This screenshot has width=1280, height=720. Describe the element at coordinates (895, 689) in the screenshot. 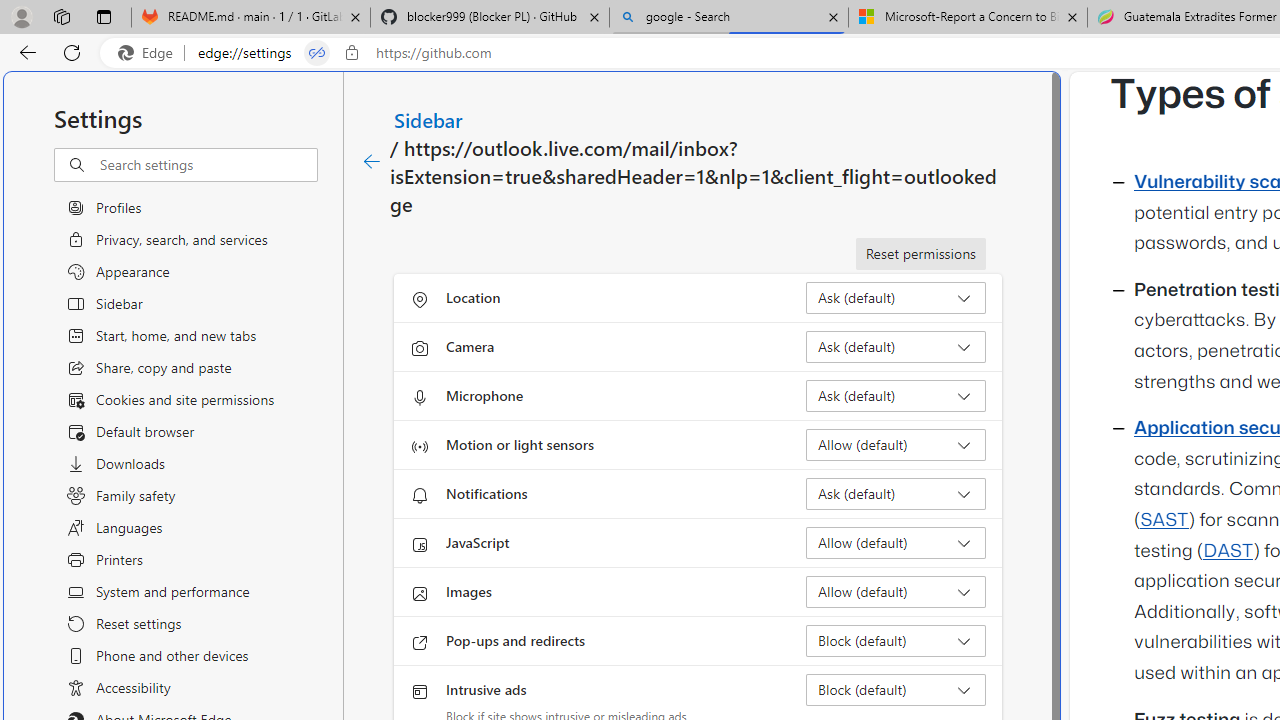

I see `'Intrusive ads Block (default)'` at that location.